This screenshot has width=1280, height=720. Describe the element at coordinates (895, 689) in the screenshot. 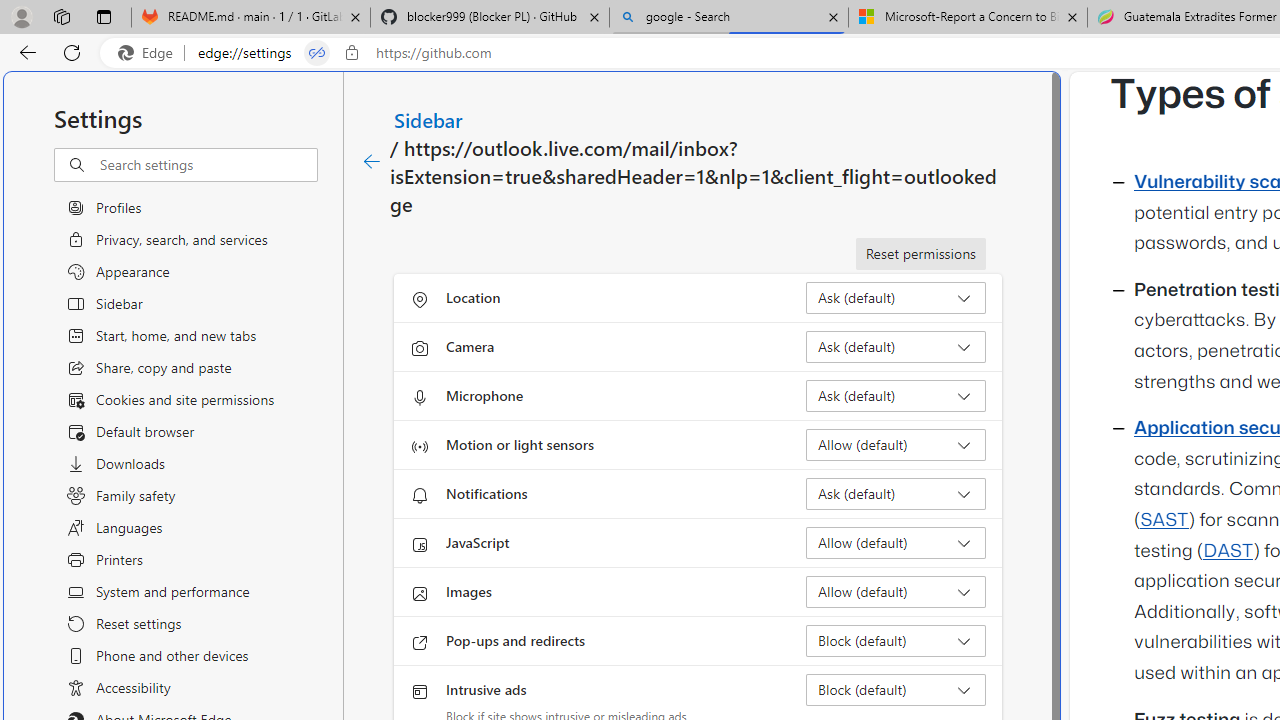

I see `'Intrusive ads Block (default)'` at that location.